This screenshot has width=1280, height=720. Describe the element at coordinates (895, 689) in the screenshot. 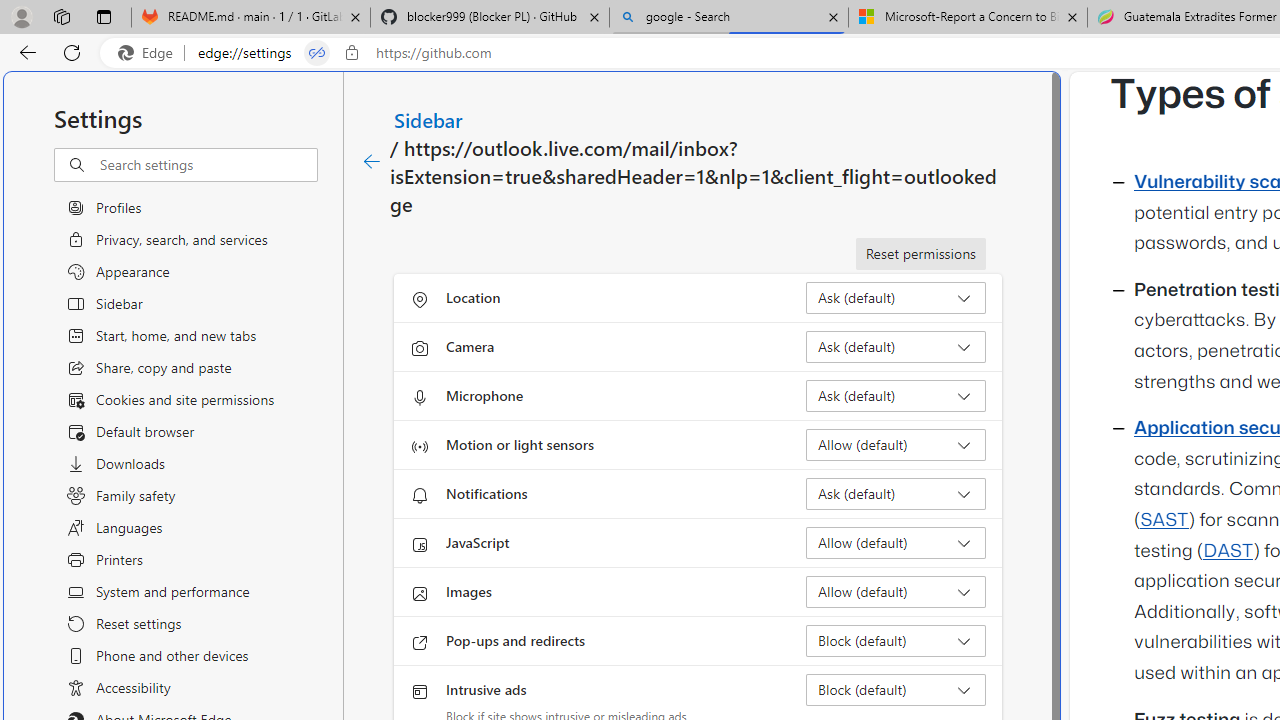

I see `'Intrusive ads Block (default)'` at that location.